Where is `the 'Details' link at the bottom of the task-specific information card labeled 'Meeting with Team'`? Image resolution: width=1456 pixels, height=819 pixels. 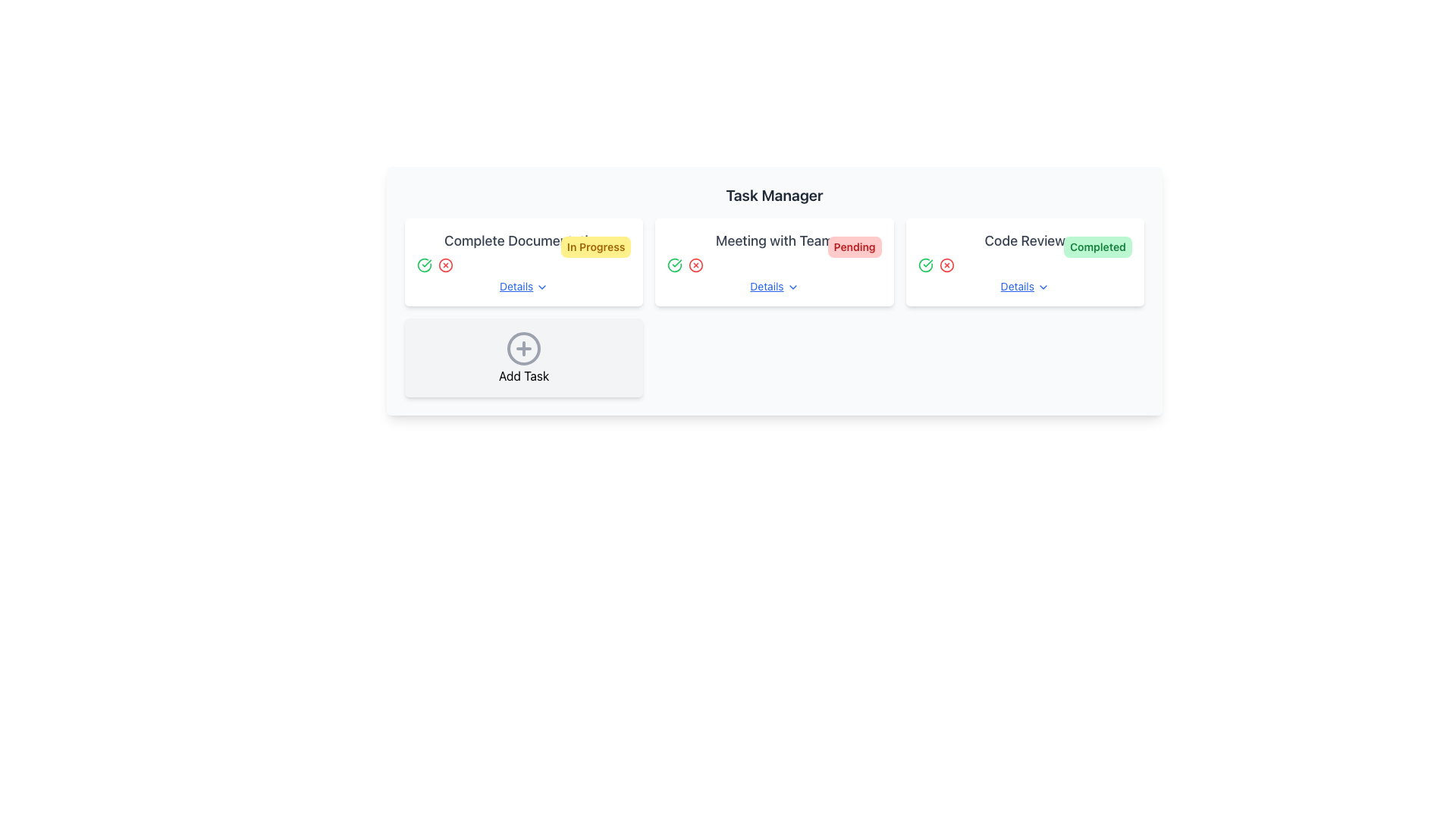
the 'Details' link at the bottom of the task-specific information card labeled 'Meeting with Team' is located at coordinates (774, 262).